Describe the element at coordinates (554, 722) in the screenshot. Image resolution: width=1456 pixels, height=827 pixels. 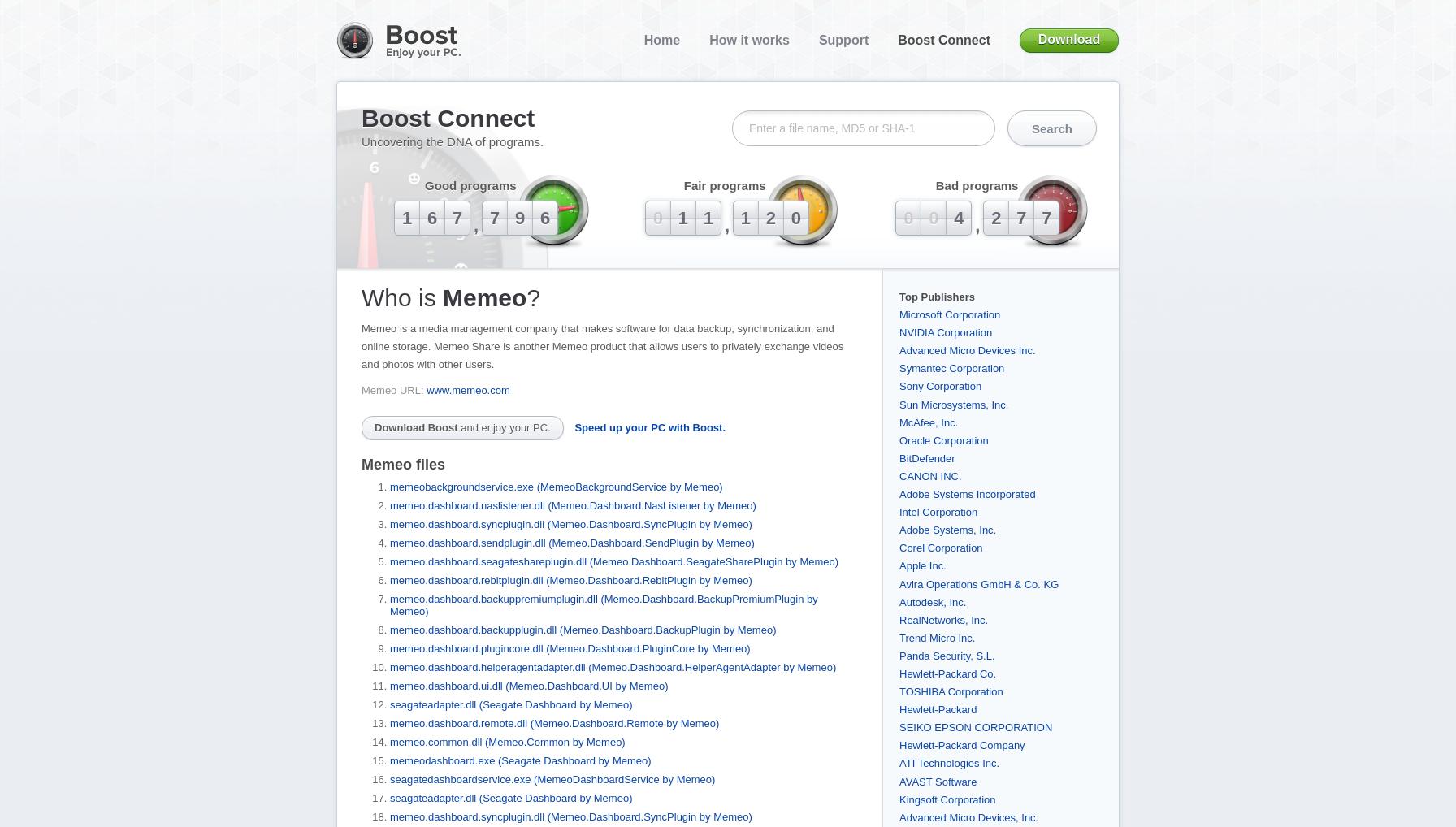
I see `'memeo.dashboard.remote.dll (Memeo.Dashboard.Remote by Memeo)'` at that location.